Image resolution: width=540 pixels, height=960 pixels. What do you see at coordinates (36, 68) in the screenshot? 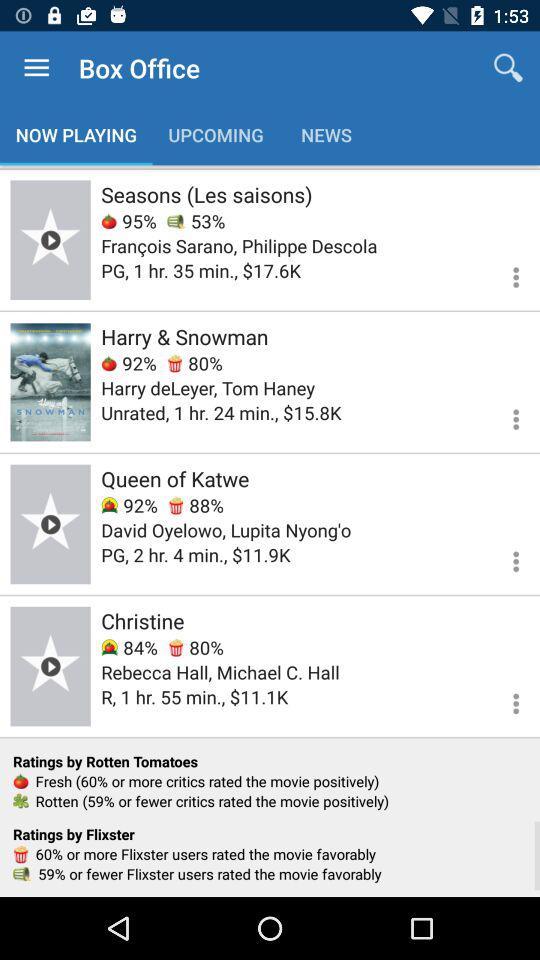
I see `item above now playing item` at bounding box center [36, 68].